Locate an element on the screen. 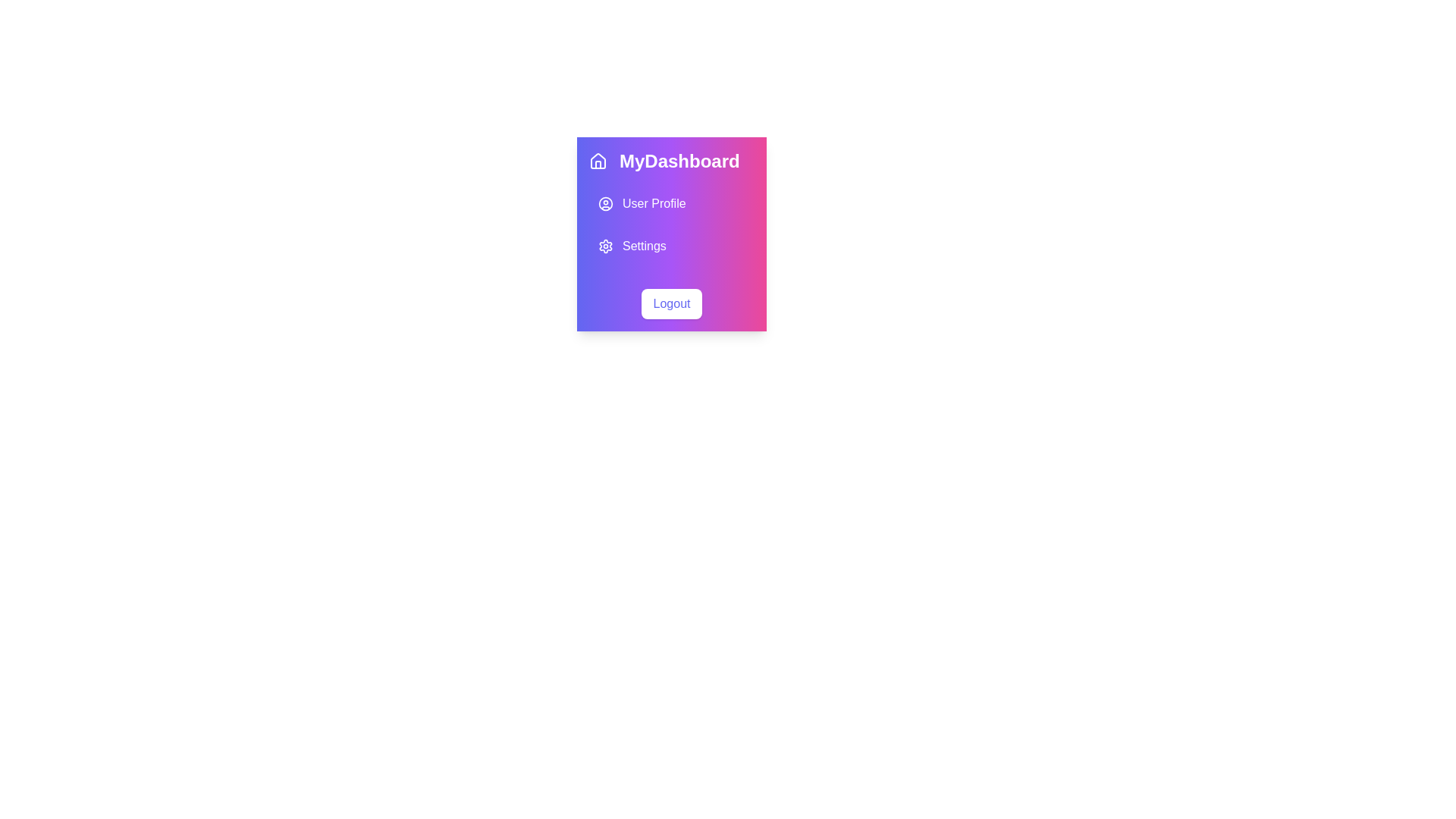  the static icon indicating configuration features located to the left of the 'Settings' label in the menu layout, positioned within the second clickable item below 'MyDashboard' is located at coordinates (604, 245).